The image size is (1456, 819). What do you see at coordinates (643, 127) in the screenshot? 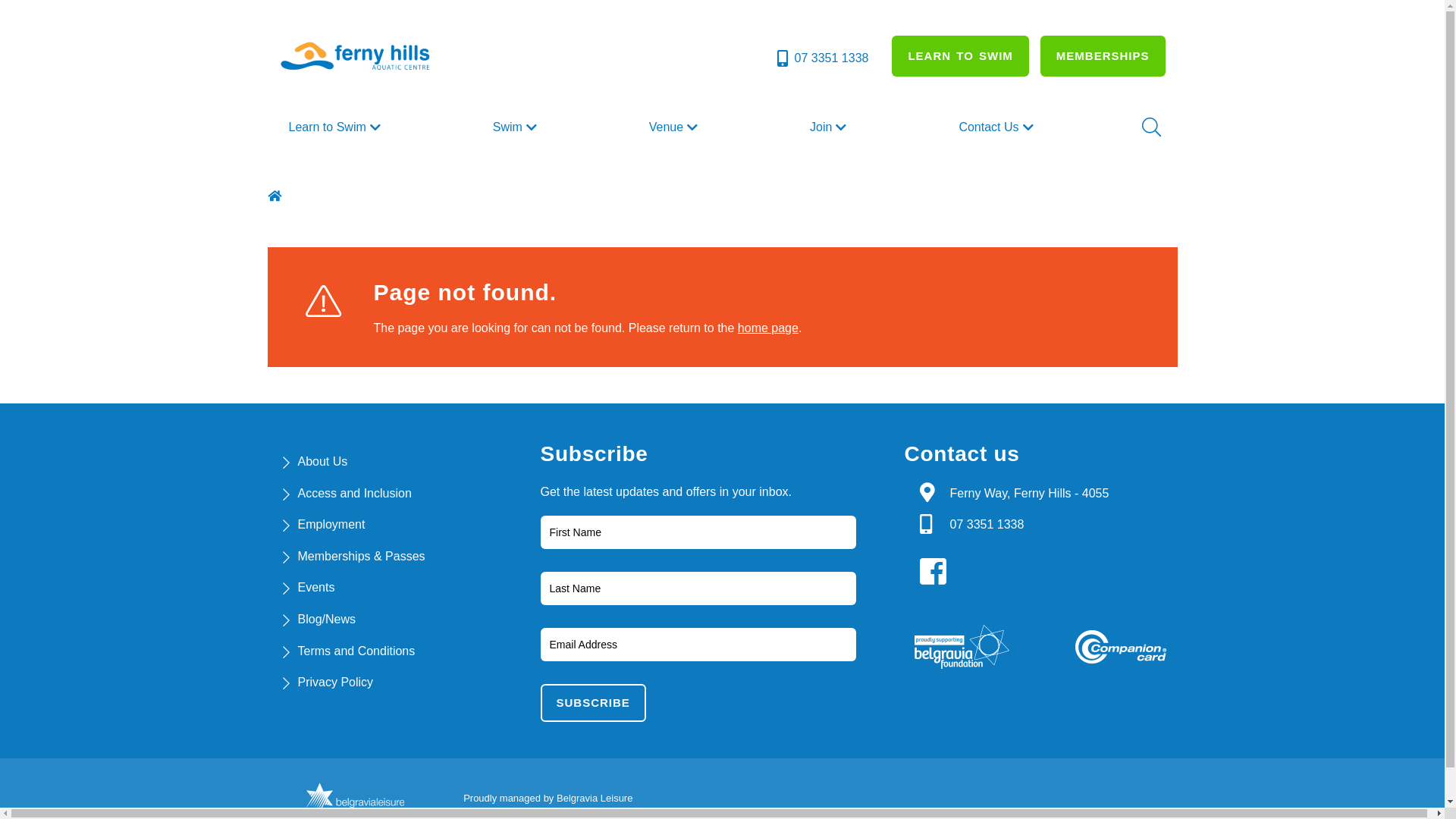
I see `'Venue'` at bounding box center [643, 127].